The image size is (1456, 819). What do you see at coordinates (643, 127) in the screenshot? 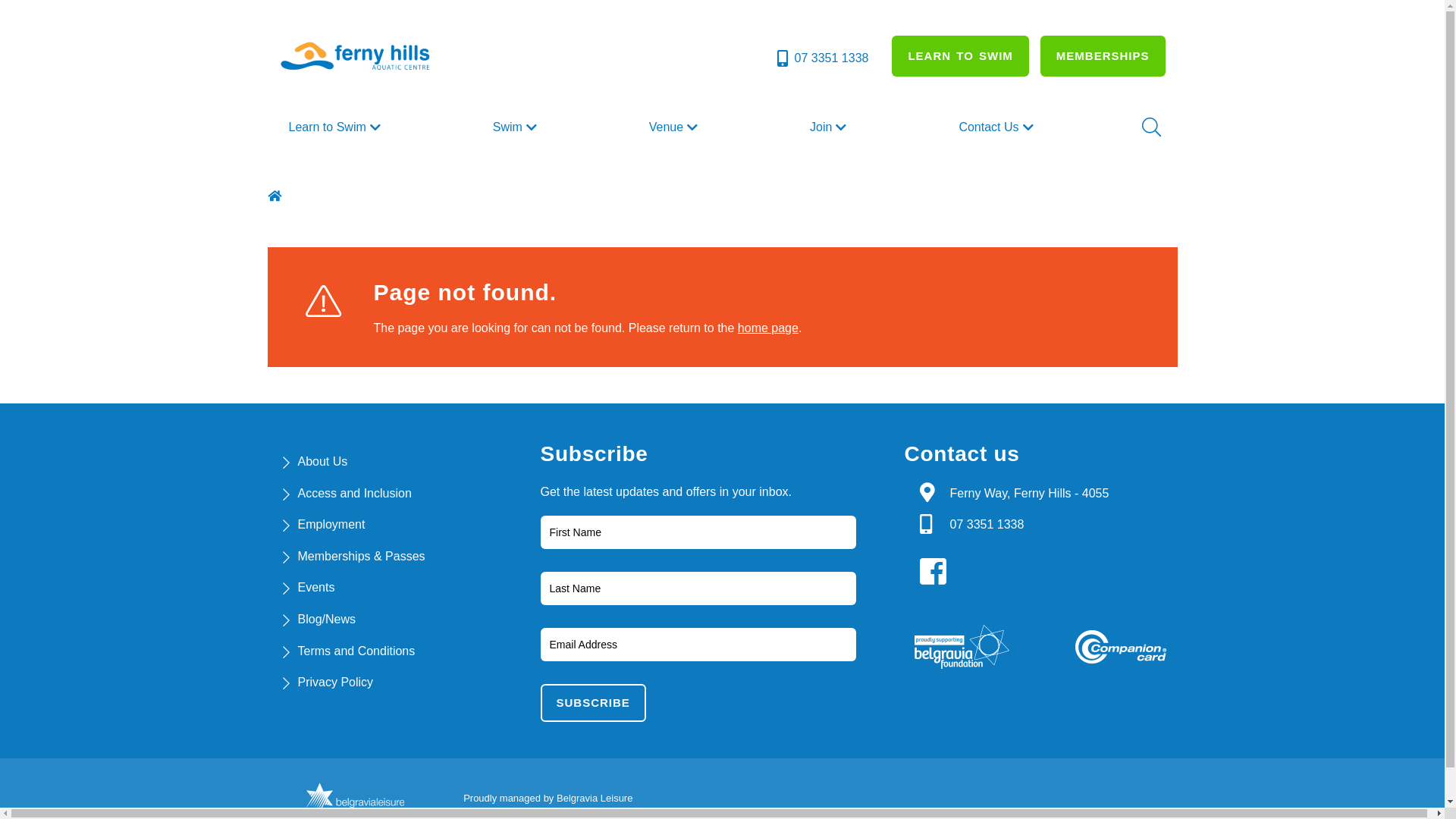
I see `'Venue'` at bounding box center [643, 127].